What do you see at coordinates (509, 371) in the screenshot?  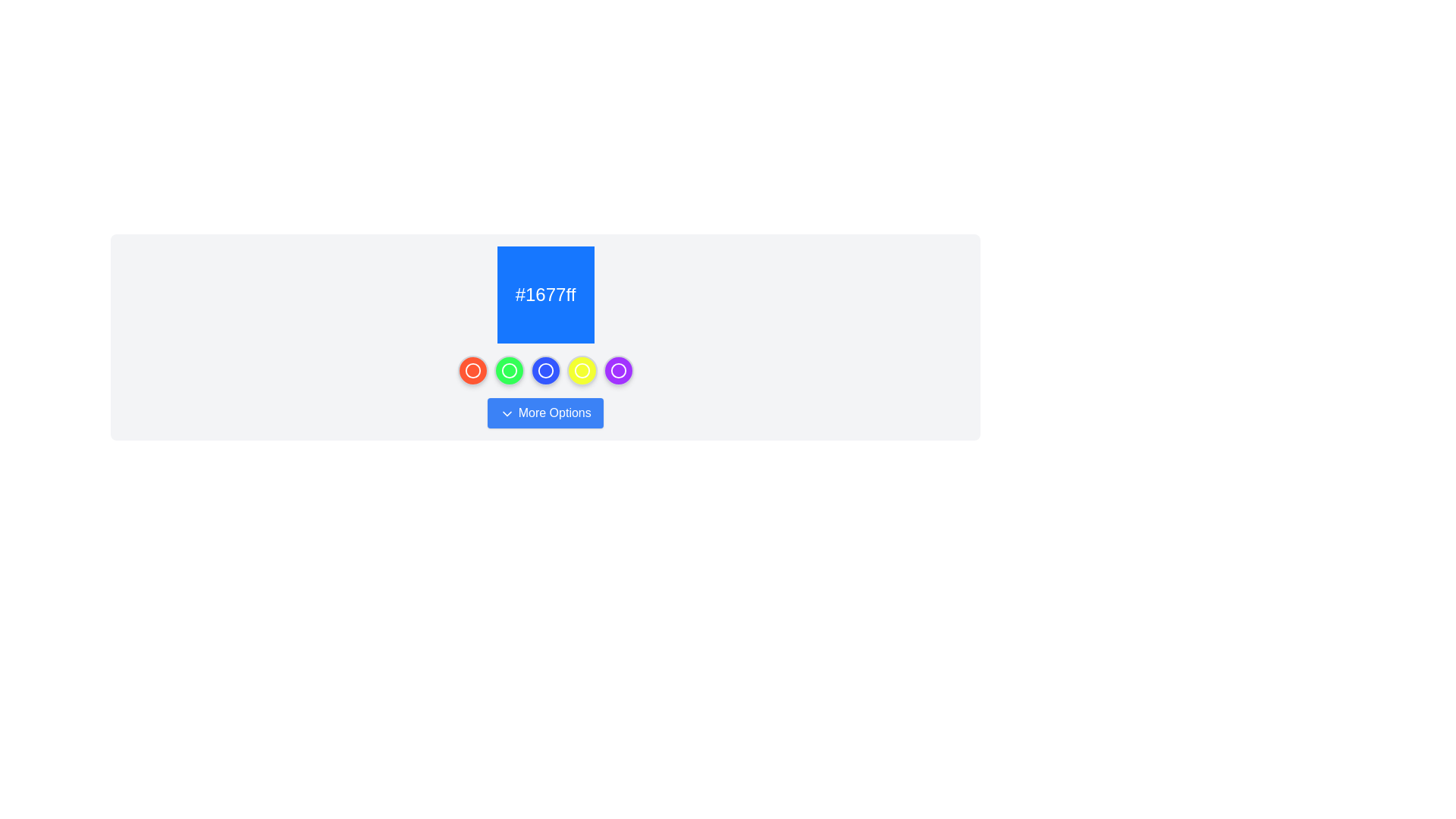 I see `the second circular button` at bounding box center [509, 371].